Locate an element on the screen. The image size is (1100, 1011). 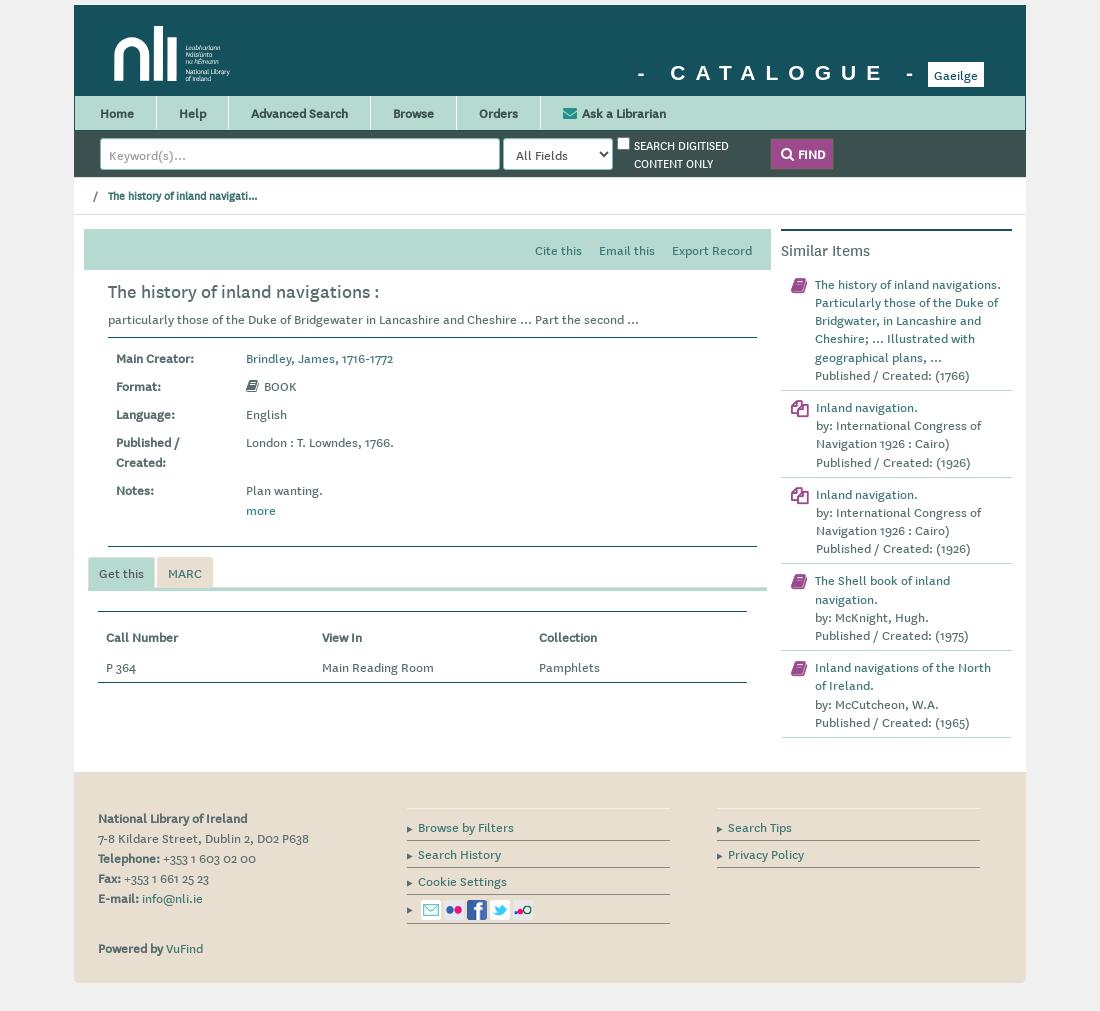
'VuFind' is located at coordinates (183, 946).